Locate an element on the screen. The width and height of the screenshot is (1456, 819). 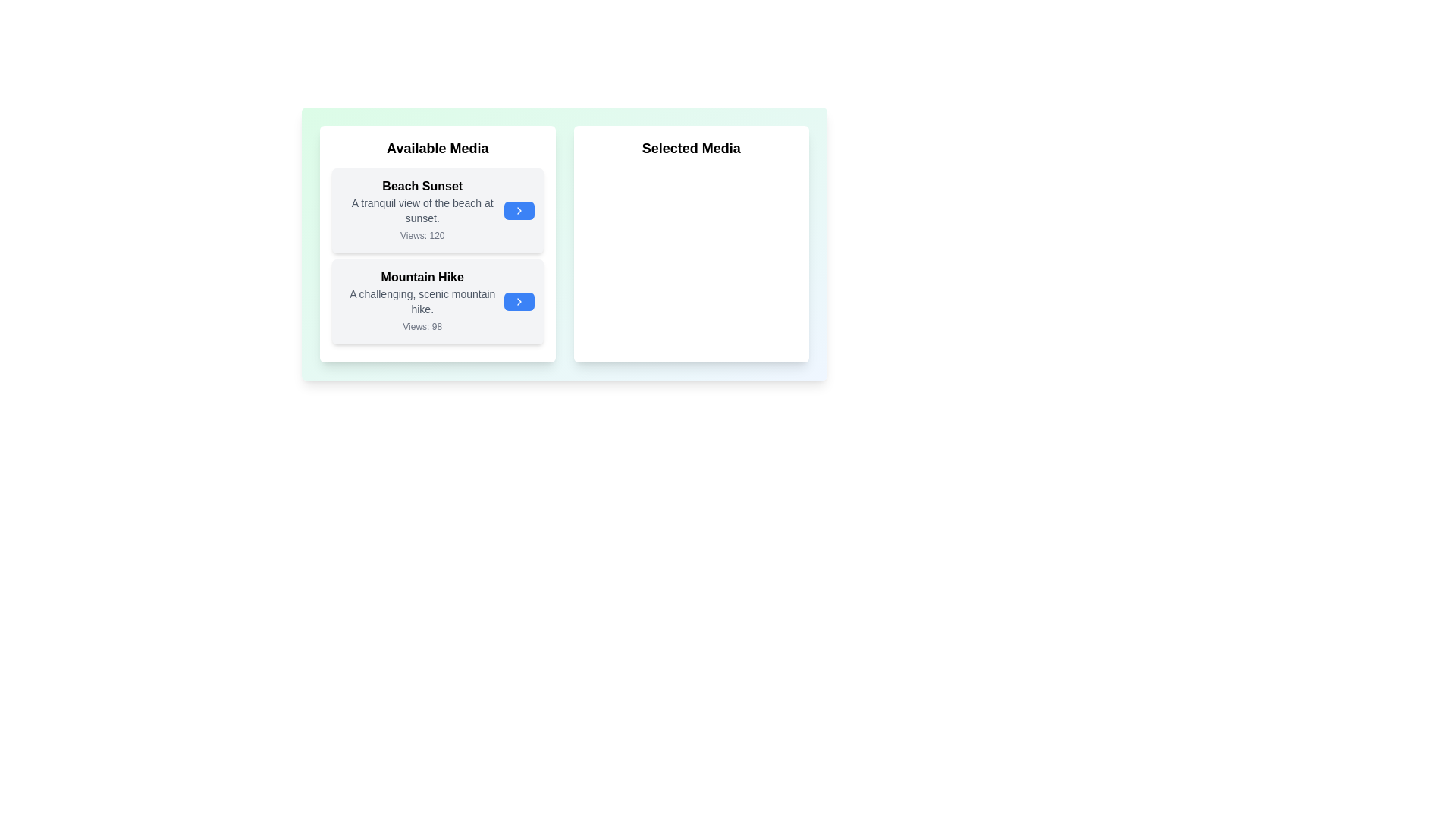
transfer button for the media item 'Mountain Hike' in the 'Available Media' list is located at coordinates (519, 301).